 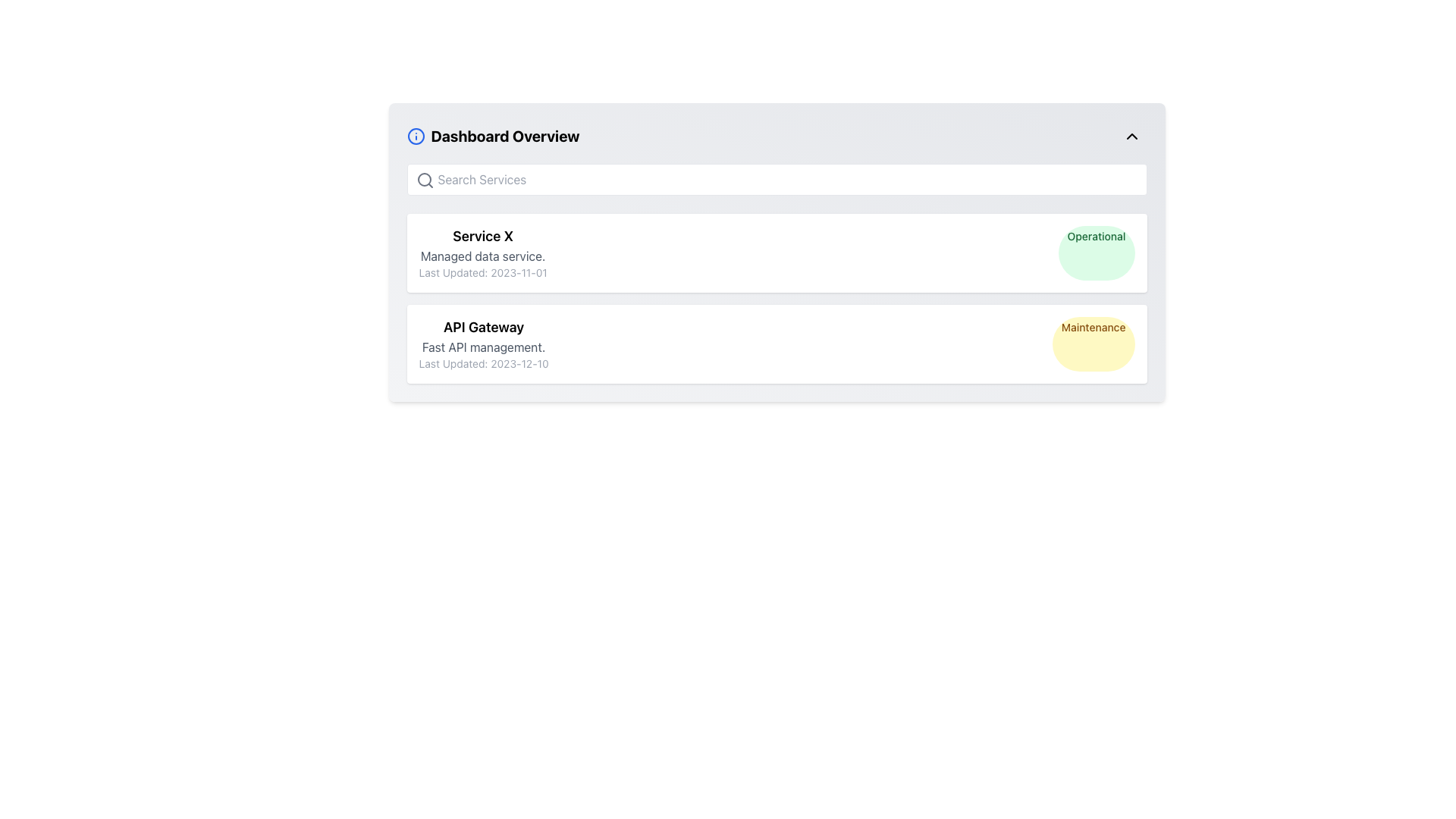 I want to click on the text element displaying 'Fast API management.' which is styled in gray and positioned below the title 'API Gateway', so click(x=483, y=347).